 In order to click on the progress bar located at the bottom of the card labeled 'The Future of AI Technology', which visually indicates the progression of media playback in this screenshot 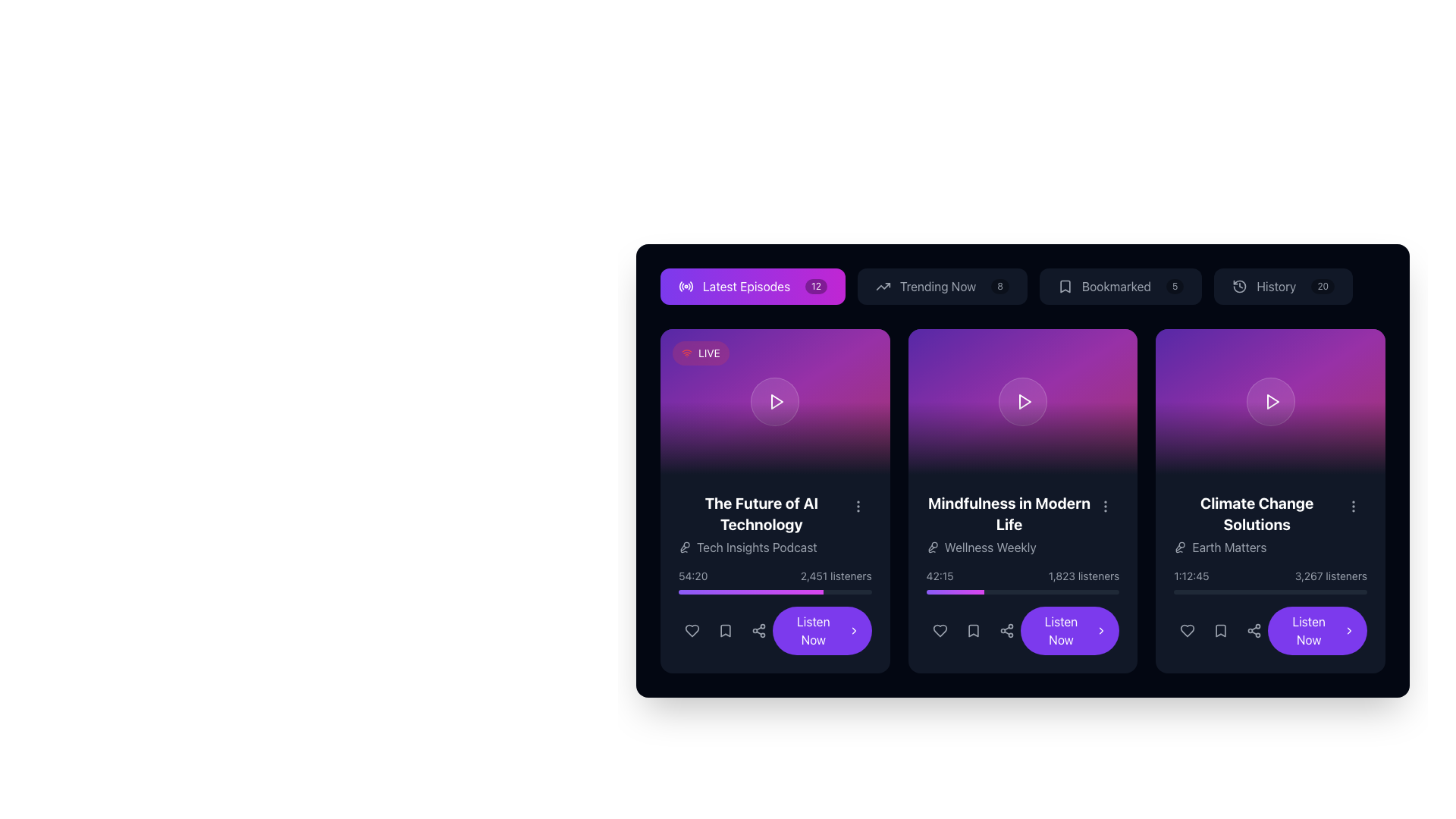, I will do `click(751, 591)`.